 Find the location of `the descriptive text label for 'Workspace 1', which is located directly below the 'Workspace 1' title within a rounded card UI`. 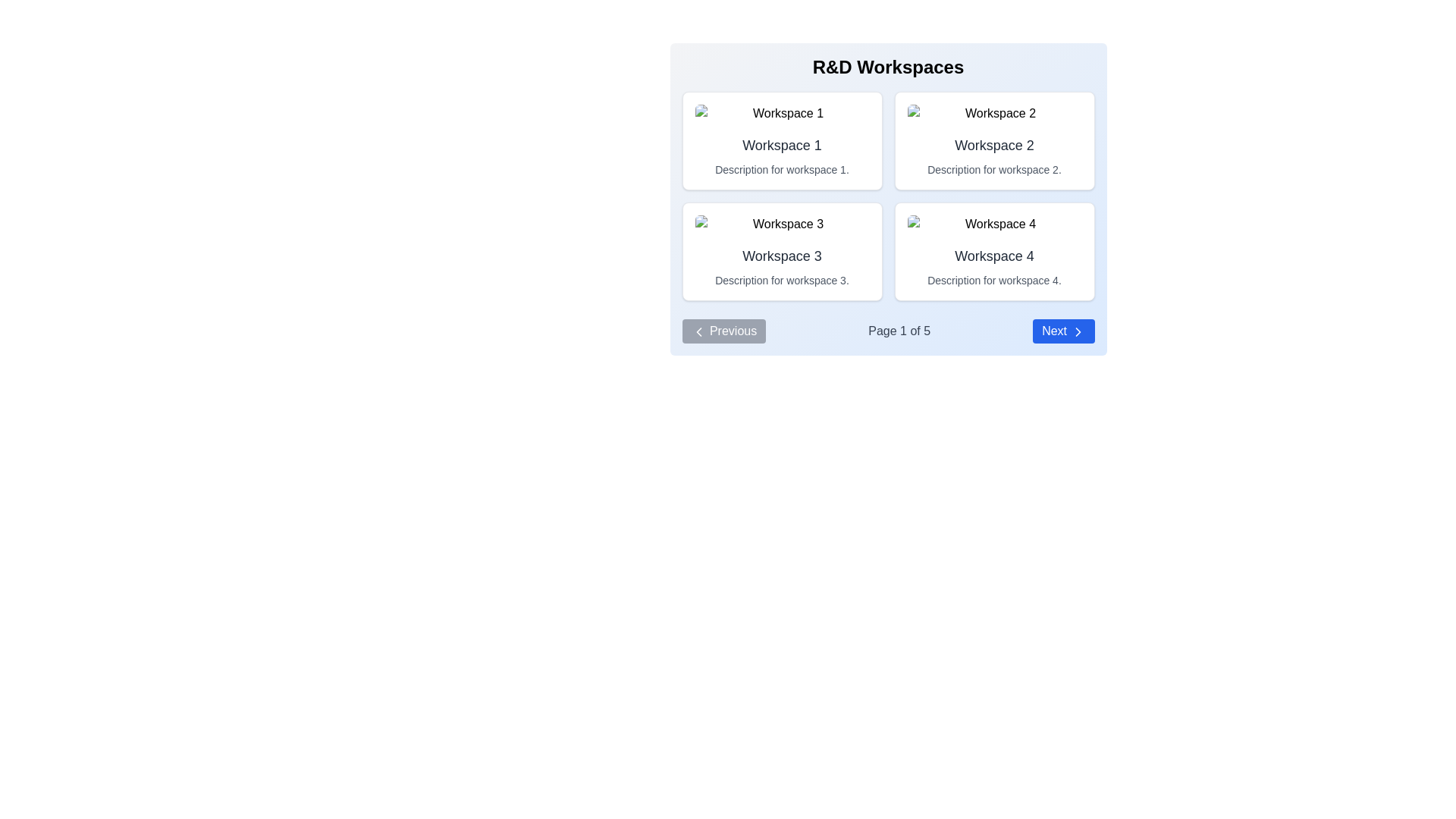

the descriptive text label for 'Workspace 1', which is located directly below the 'Workspace 1' title within a rounded card UI is located at coordinates (782, 169).